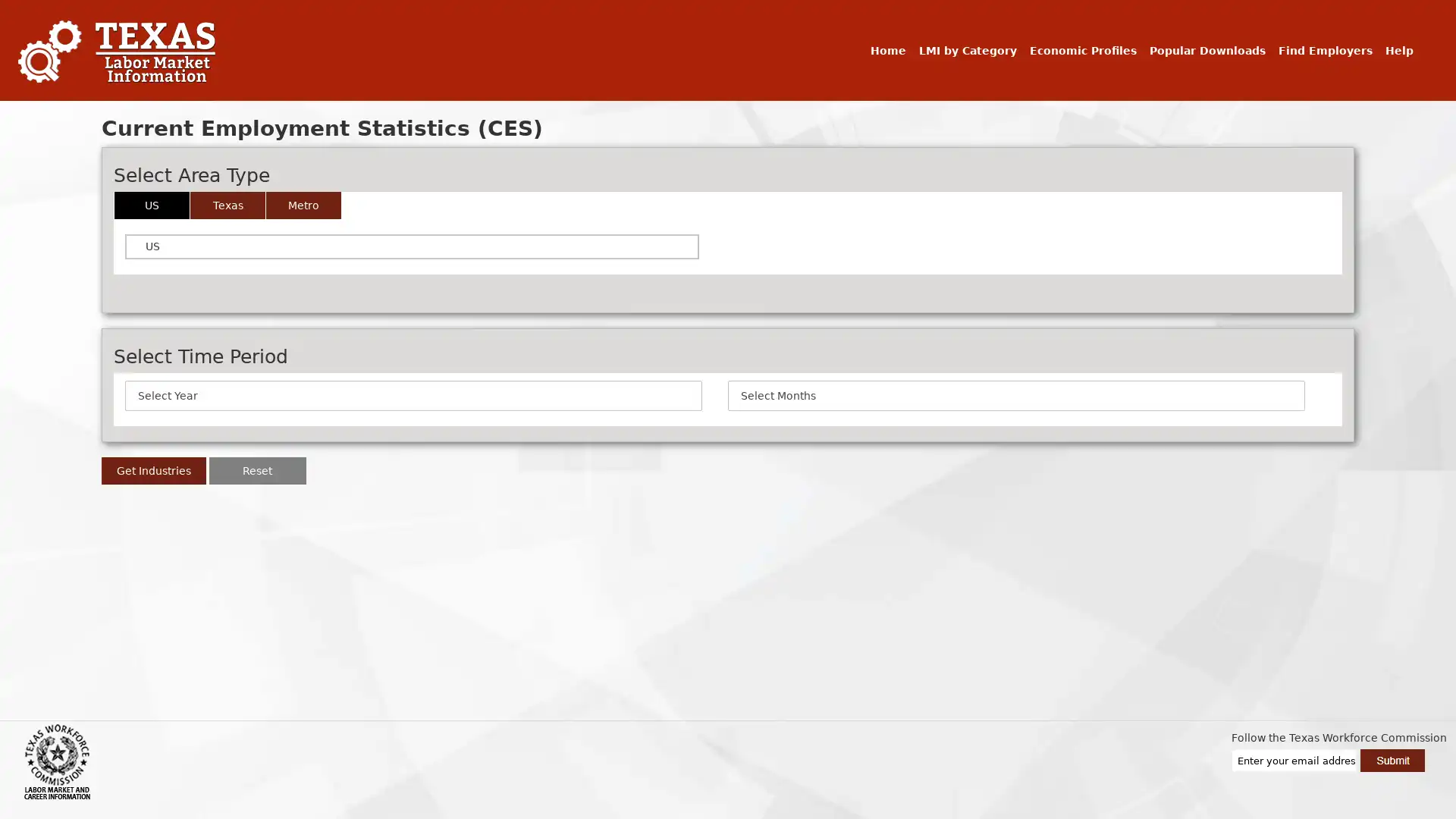  Describe the element at coordinates (226, 205) in the screenshot. I see `Texas` at that location.